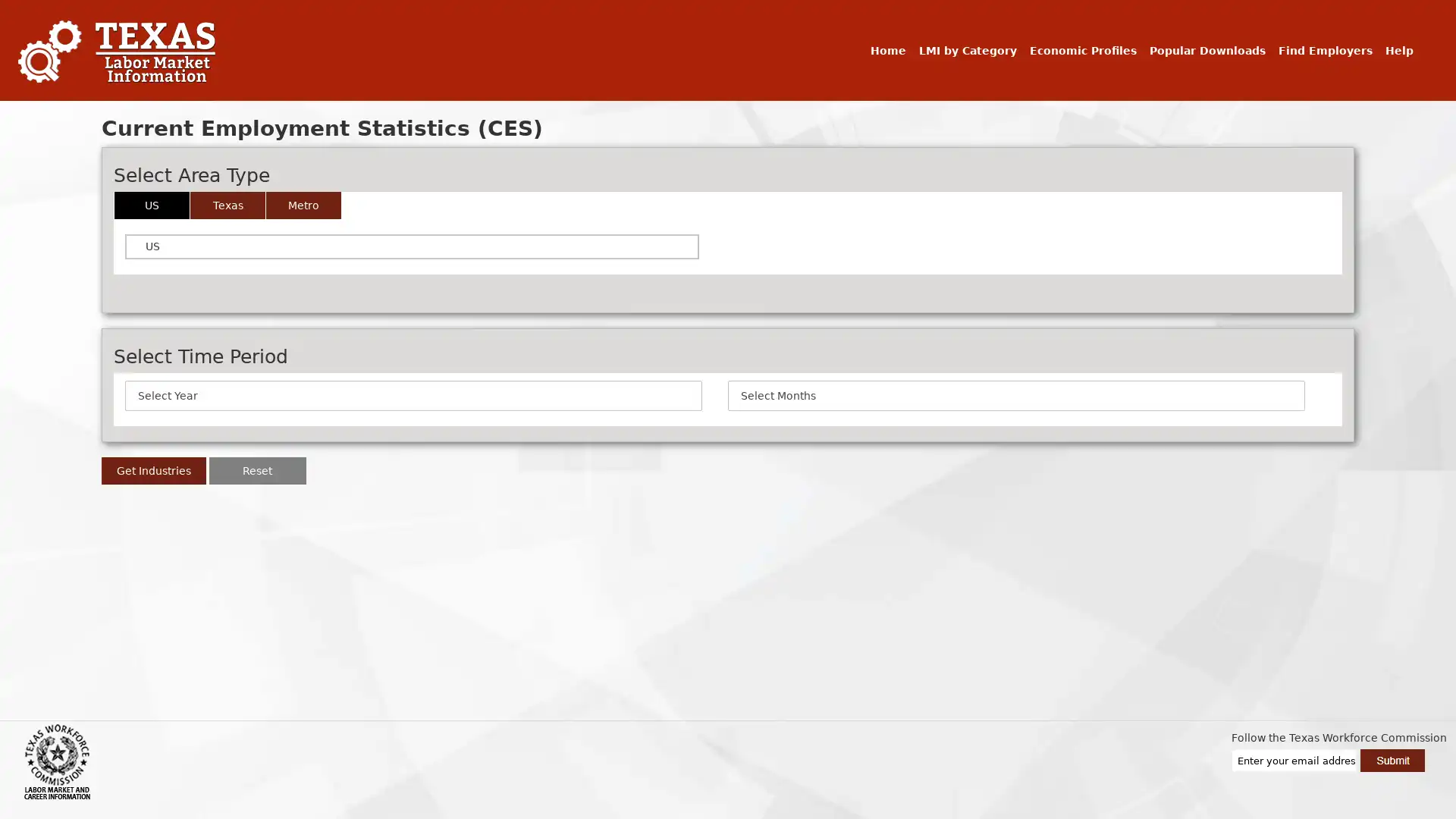  Describe the element at coordinates (226, 205) in the screenshot. I see `Texas` at that location.